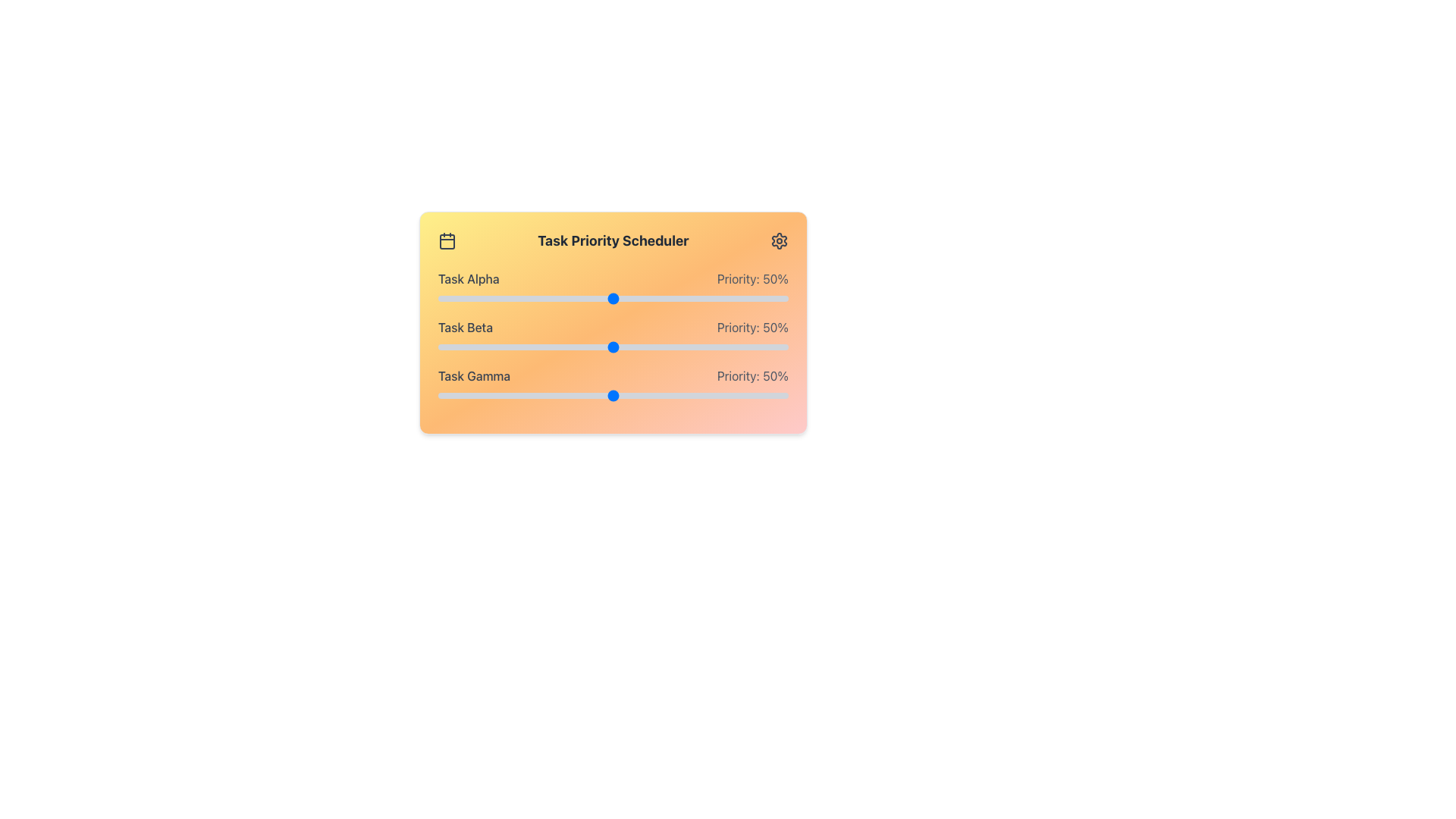 This screenshot has height=819, width=1456. I want to click on the priority of Task Beta, so click(529, 347).